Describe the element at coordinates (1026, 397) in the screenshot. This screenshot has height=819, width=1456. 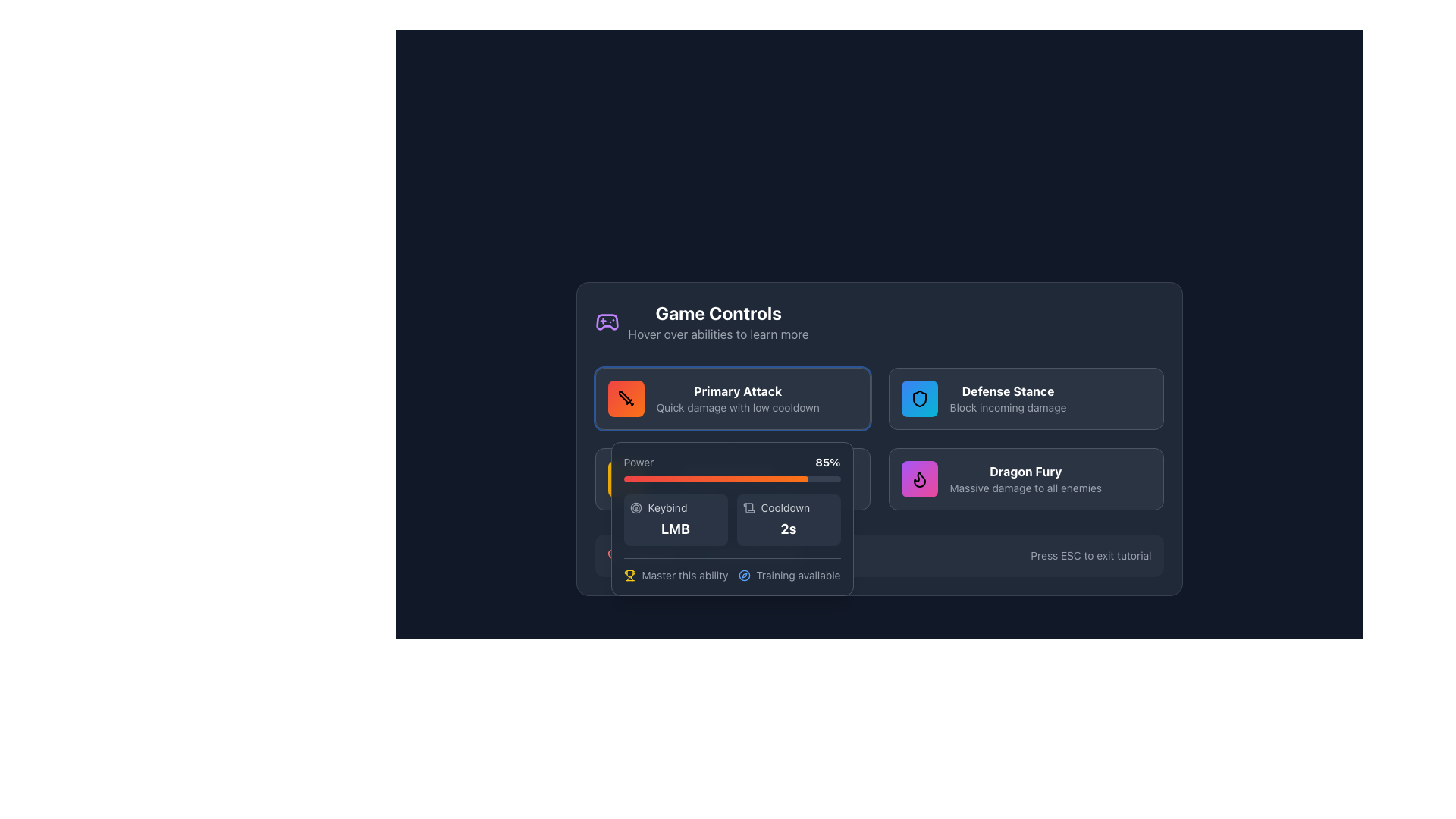
I see `the 'Defense Stance' informational card that describes its ability to block incoming damage` at that location.